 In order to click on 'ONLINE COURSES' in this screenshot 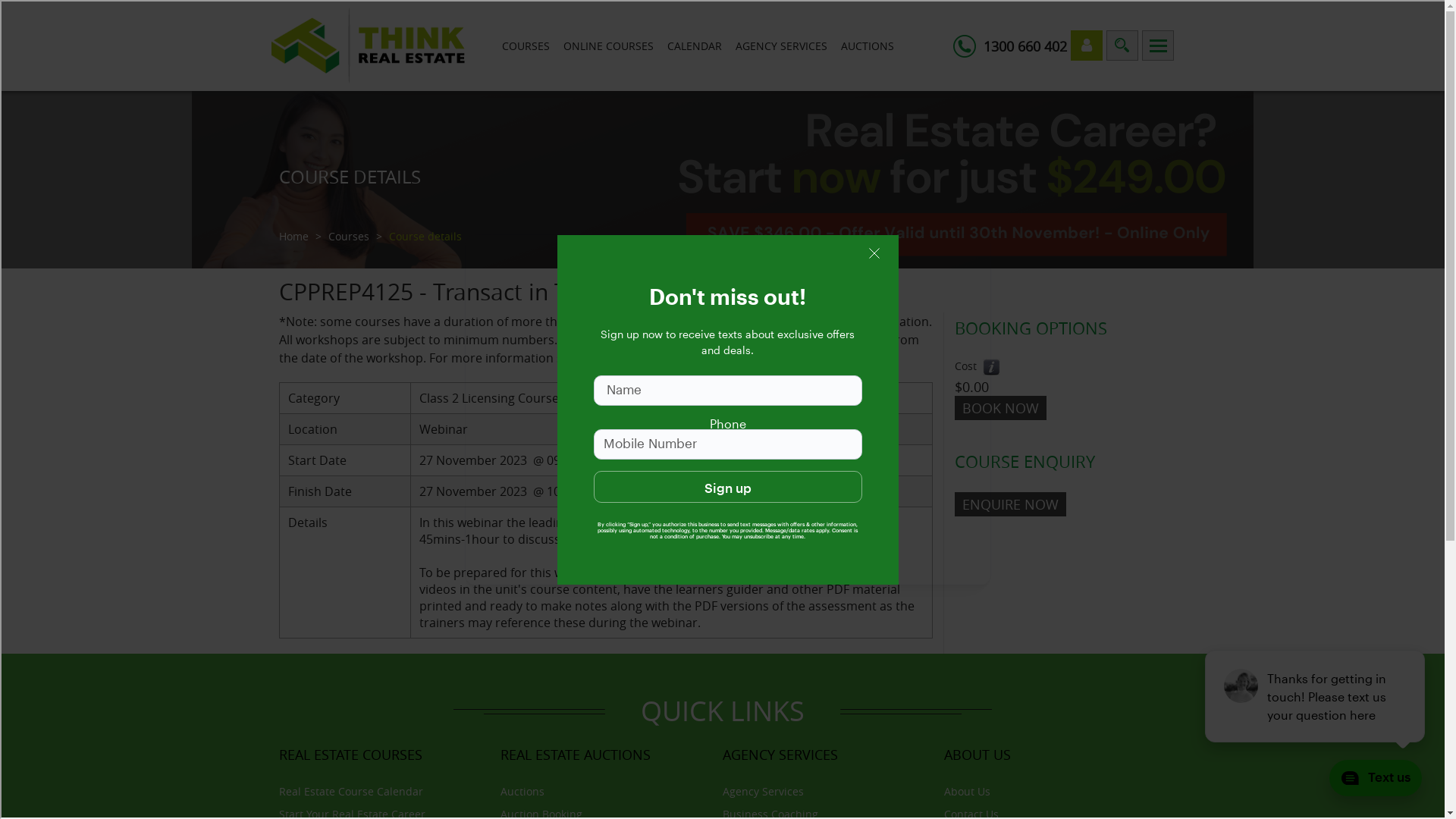, I will do `click(607, 45)`.